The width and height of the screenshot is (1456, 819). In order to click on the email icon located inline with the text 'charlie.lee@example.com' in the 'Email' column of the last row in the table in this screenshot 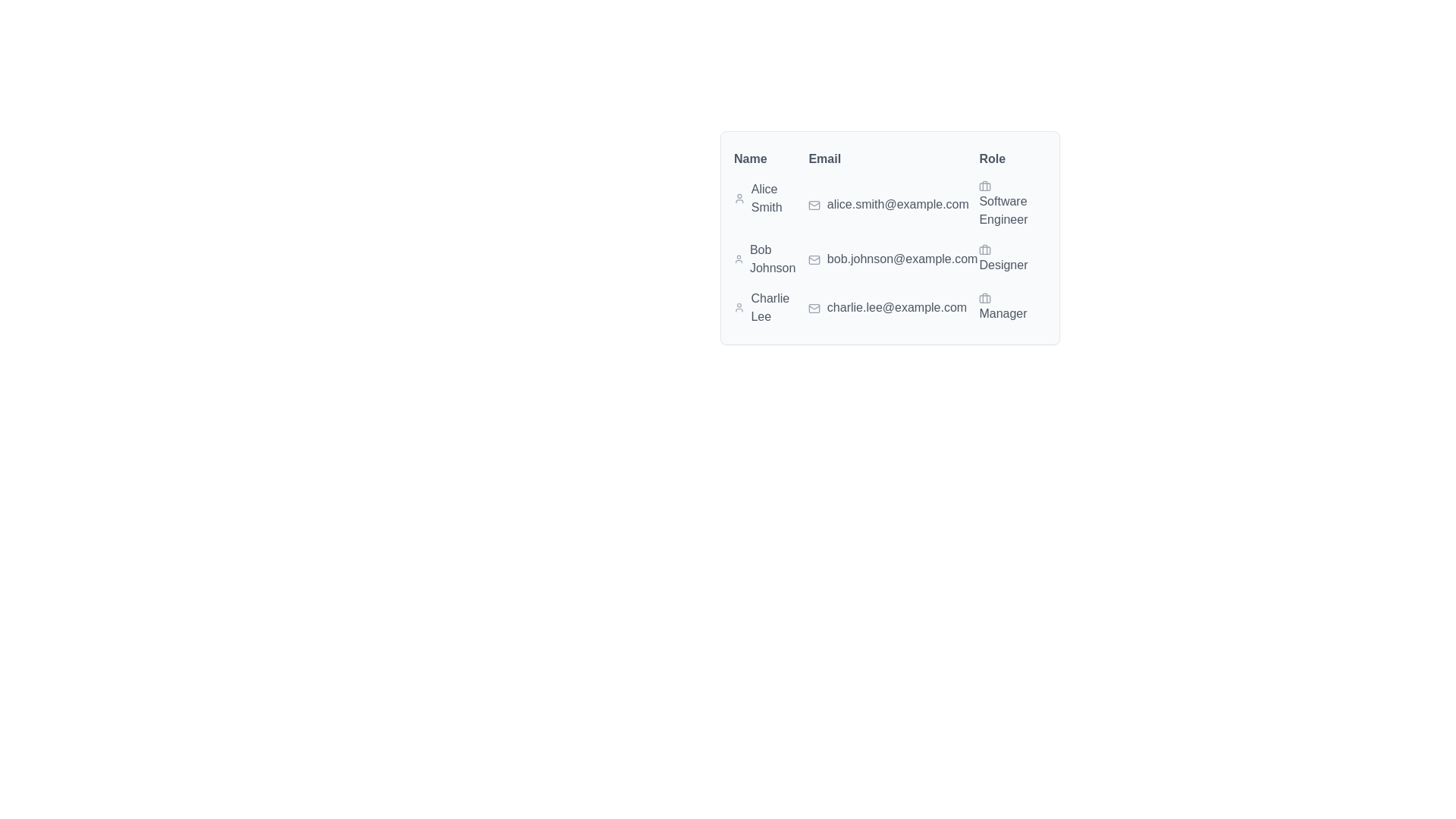, I will do `click(814, 307)`.